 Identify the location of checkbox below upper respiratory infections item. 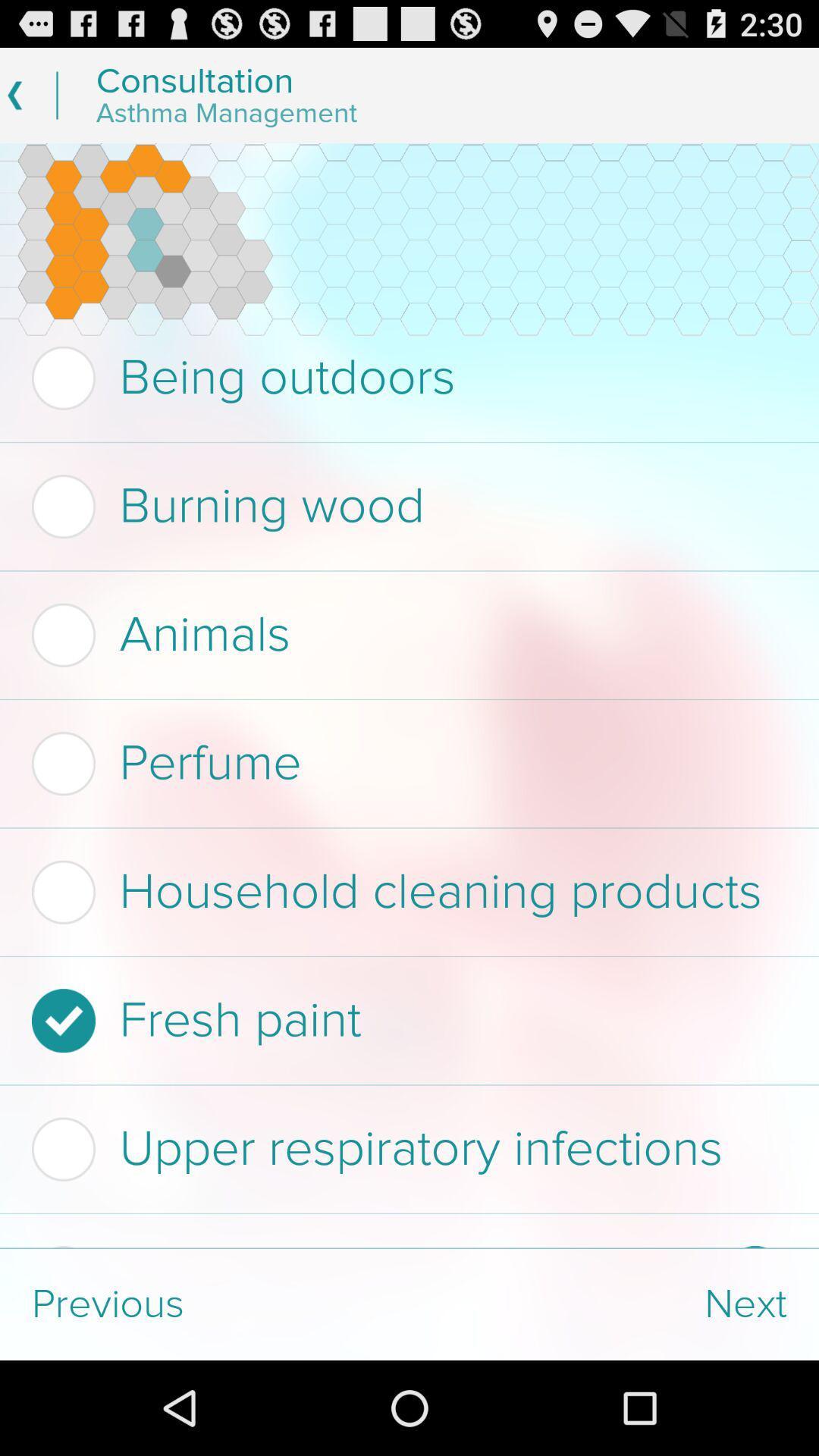
(373, 1247).